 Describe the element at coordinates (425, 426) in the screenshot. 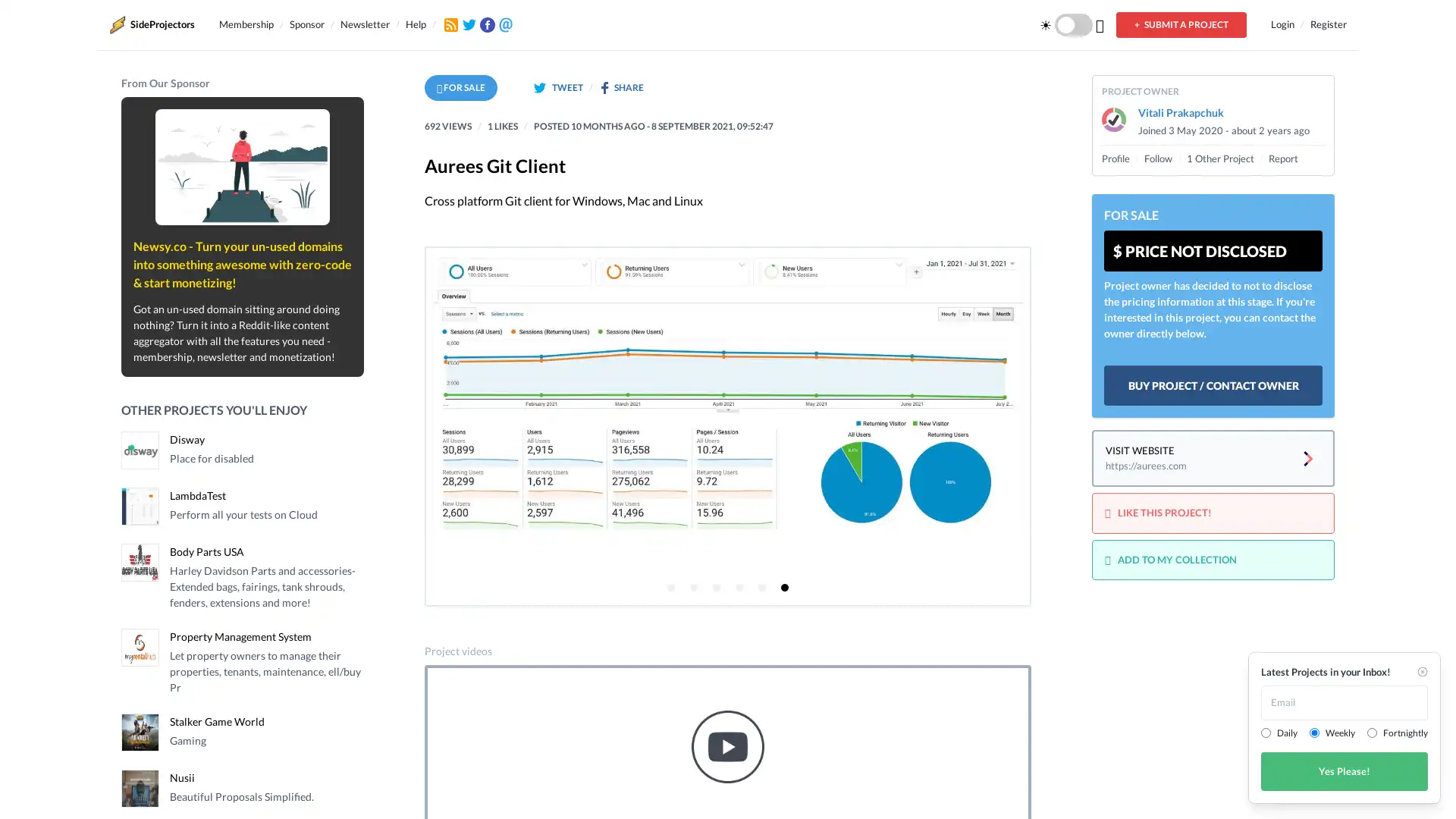

I see `Previous page` at that location.